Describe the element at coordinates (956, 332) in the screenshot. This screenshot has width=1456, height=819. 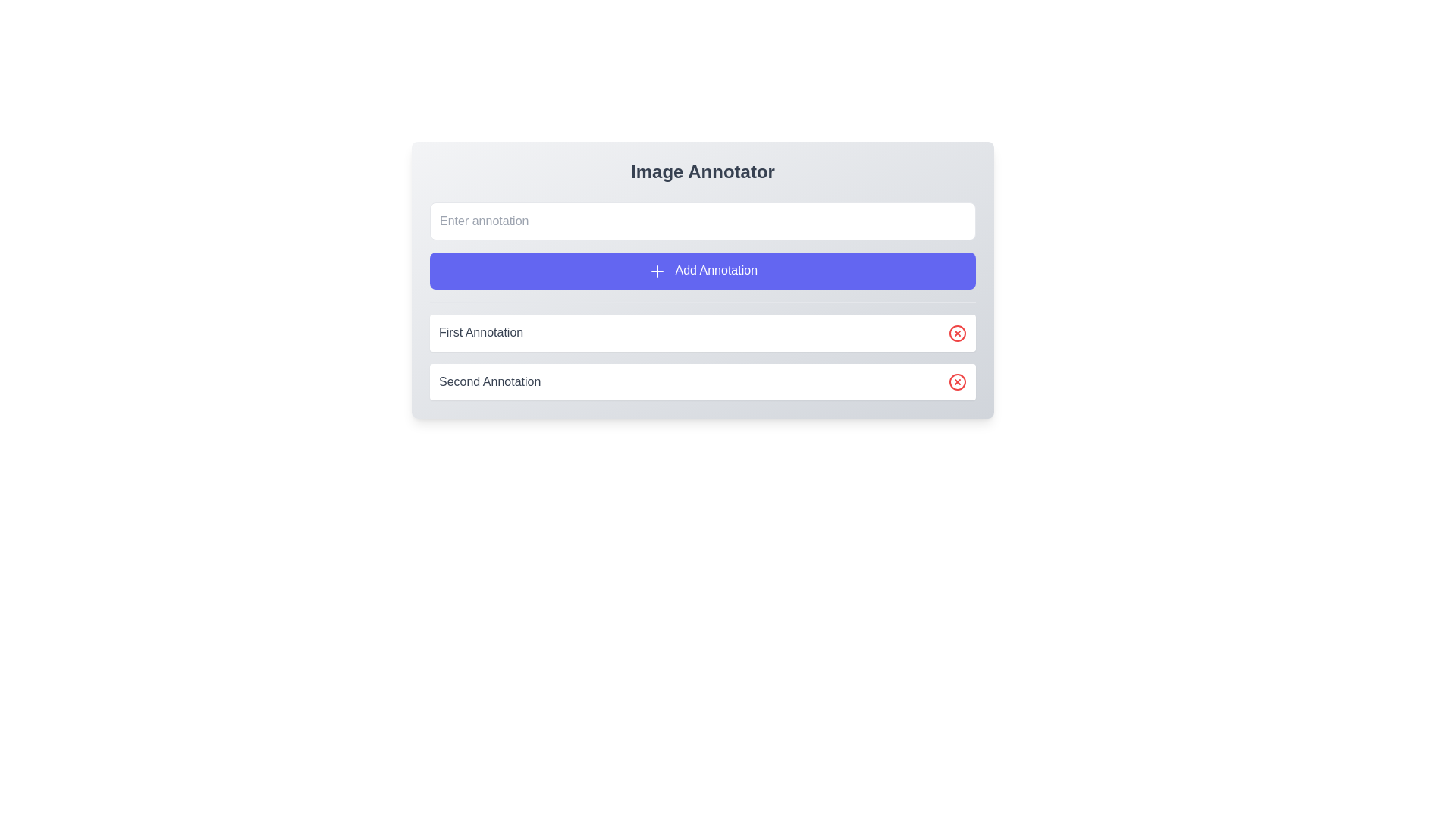
I see `the circular button with a red border and 'X' icon located at the end of the card labeled 'First Annotation' for tooltip or visual feedback` at that location.